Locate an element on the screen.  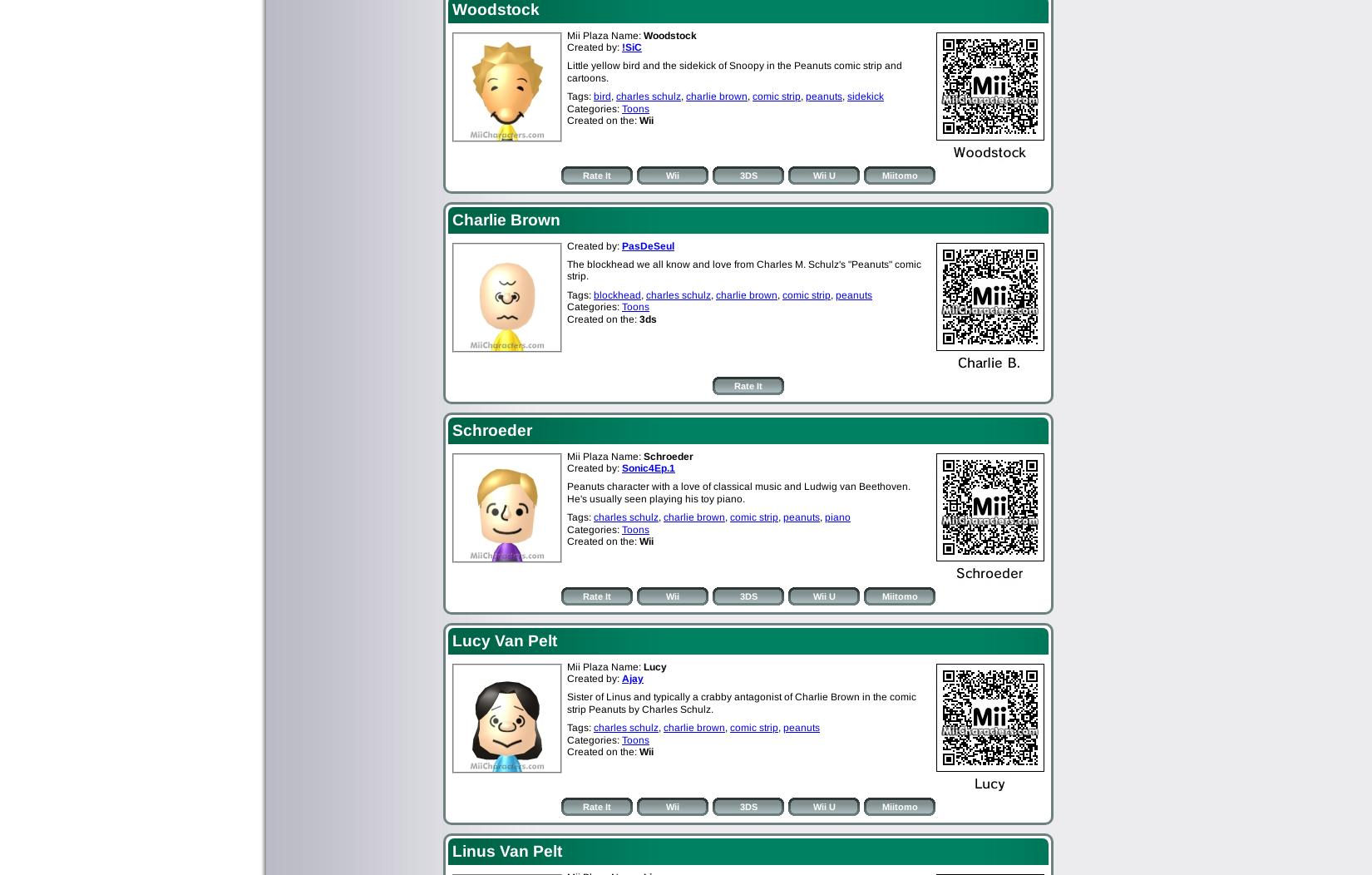
'Sonic4Ep.1' is located at coordinates (647, 467).